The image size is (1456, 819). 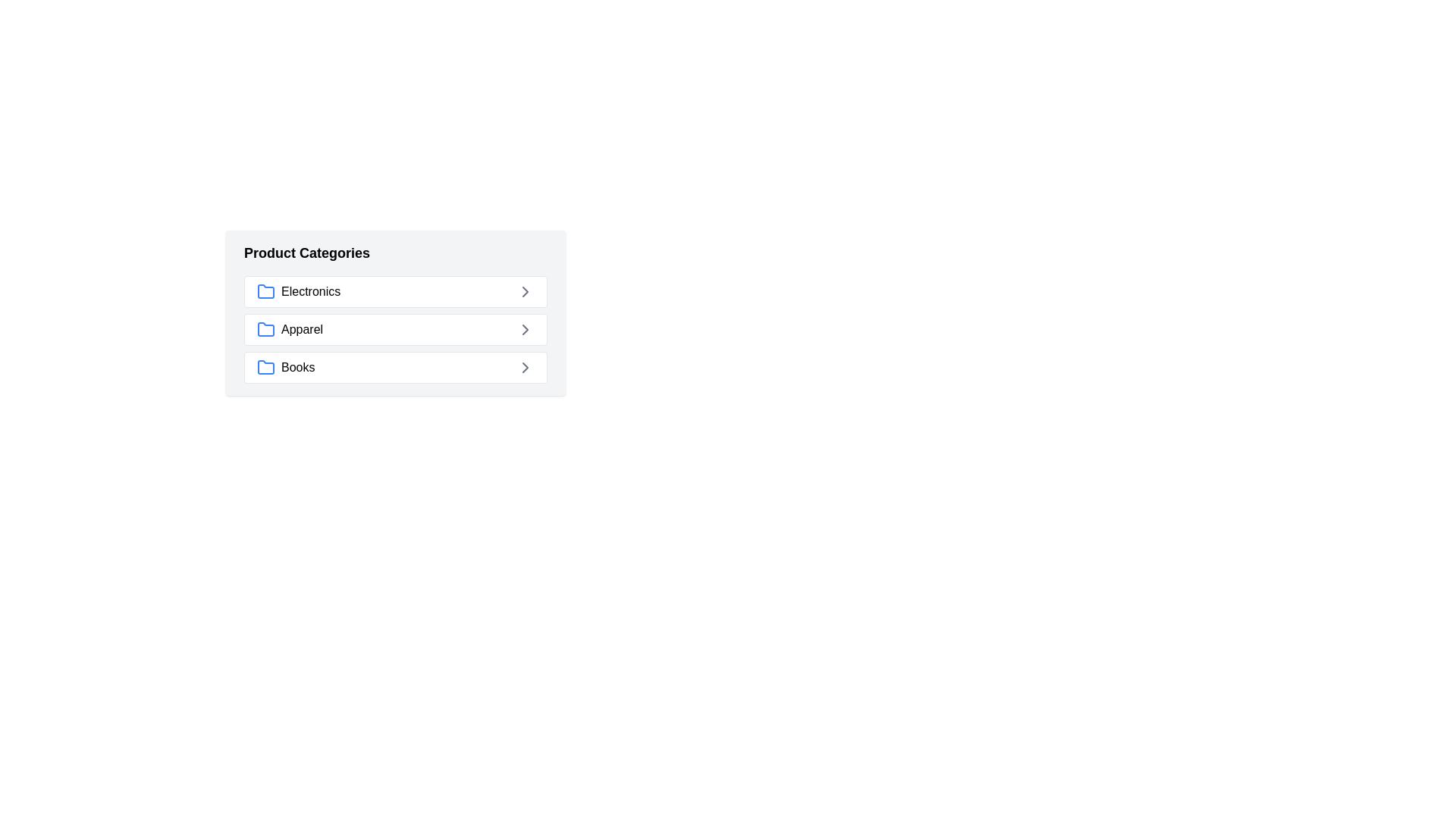 I want to click on the rightward-pointing chevron icon with a thin outline and gray color scheme, located to the far right of the 'Electronics' text, so click(x=525, y=292).